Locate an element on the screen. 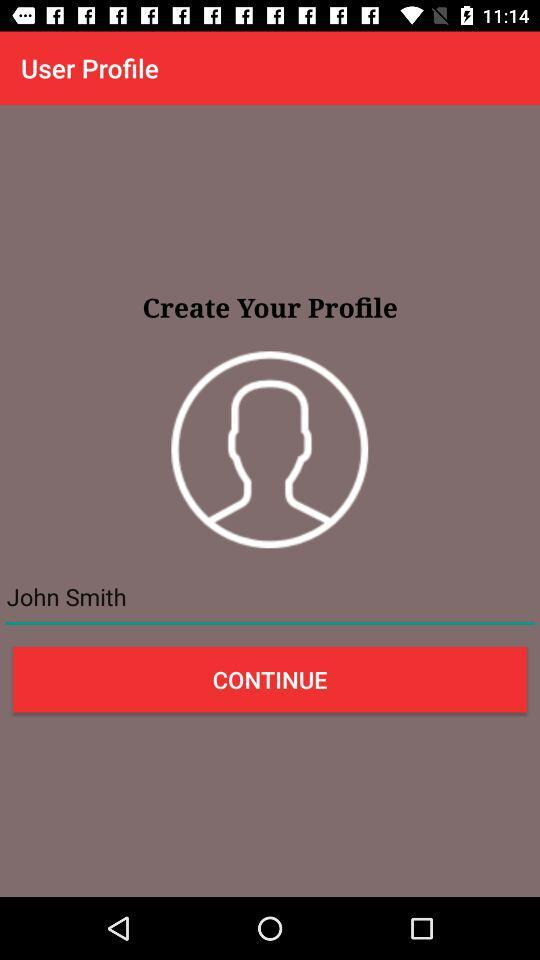 The height and width of the screenshot is (960, 540). the item below the create your profile item is located at coordinates (269, 449).